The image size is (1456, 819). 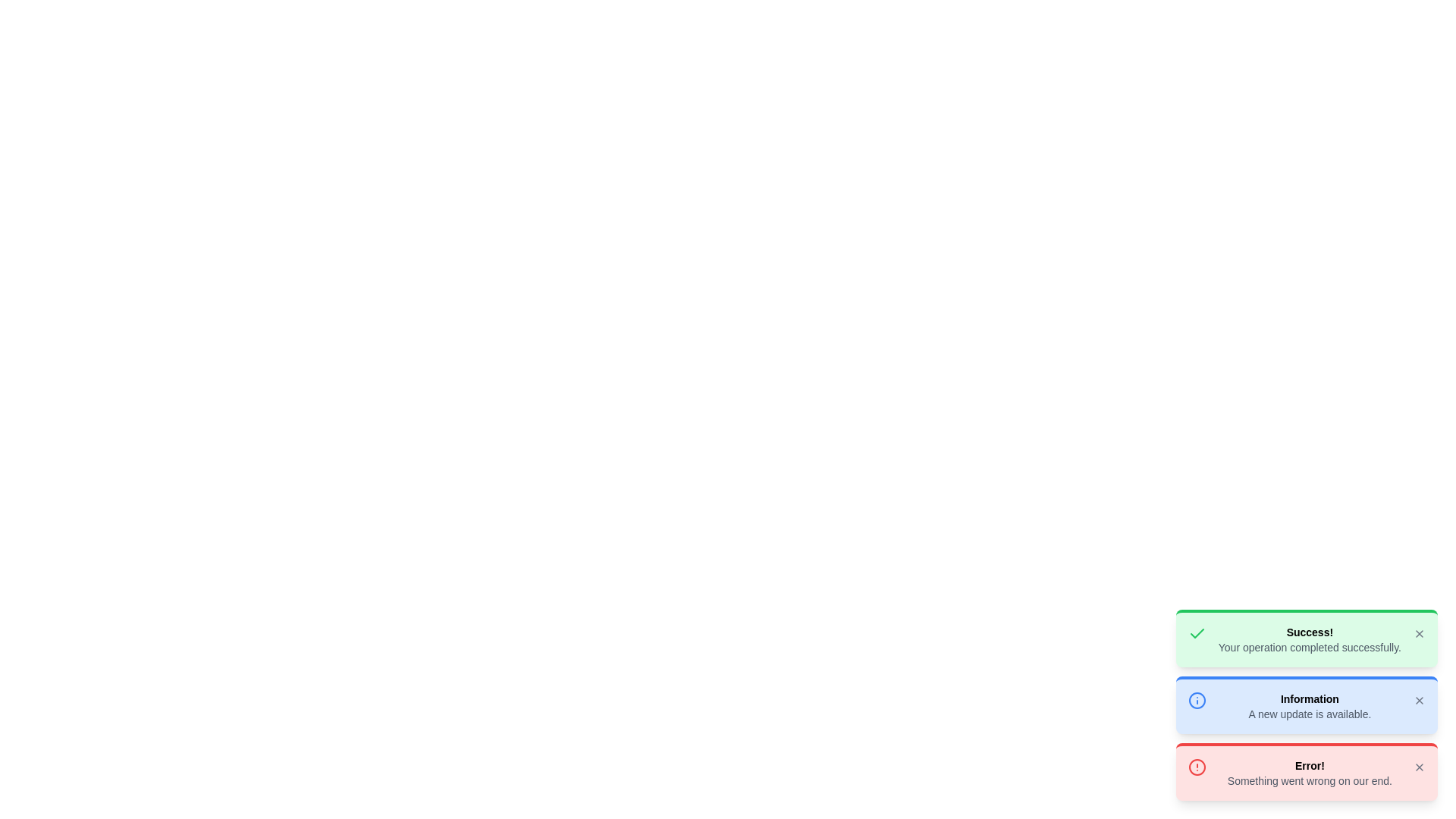 I want to click on the notification message text label that confirms the success of an operation, indicating that the action performed was successful. This element is static, so click(x=1309, y=640).